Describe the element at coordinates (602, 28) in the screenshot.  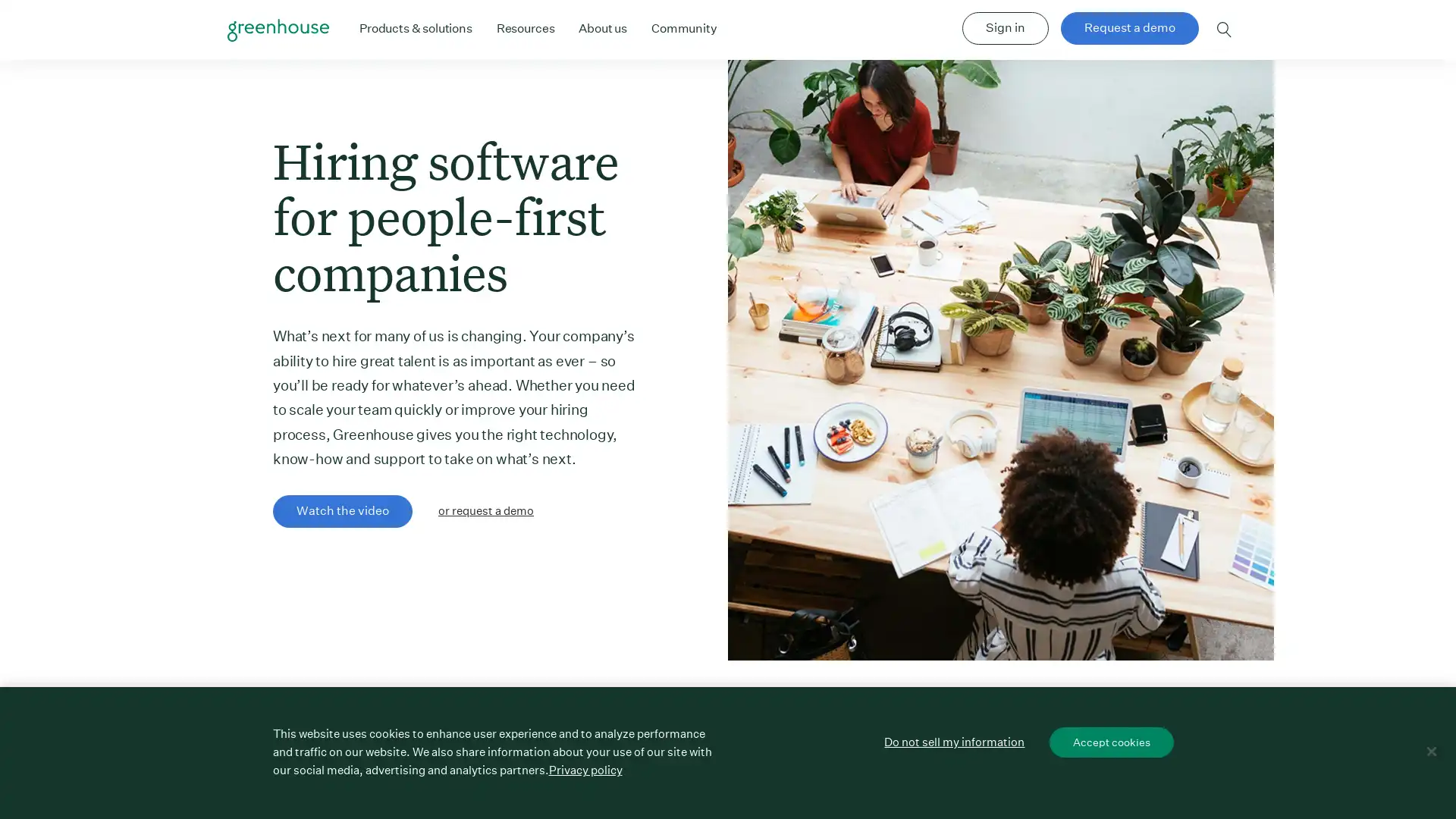
I see `Open menu for About us` at that location.